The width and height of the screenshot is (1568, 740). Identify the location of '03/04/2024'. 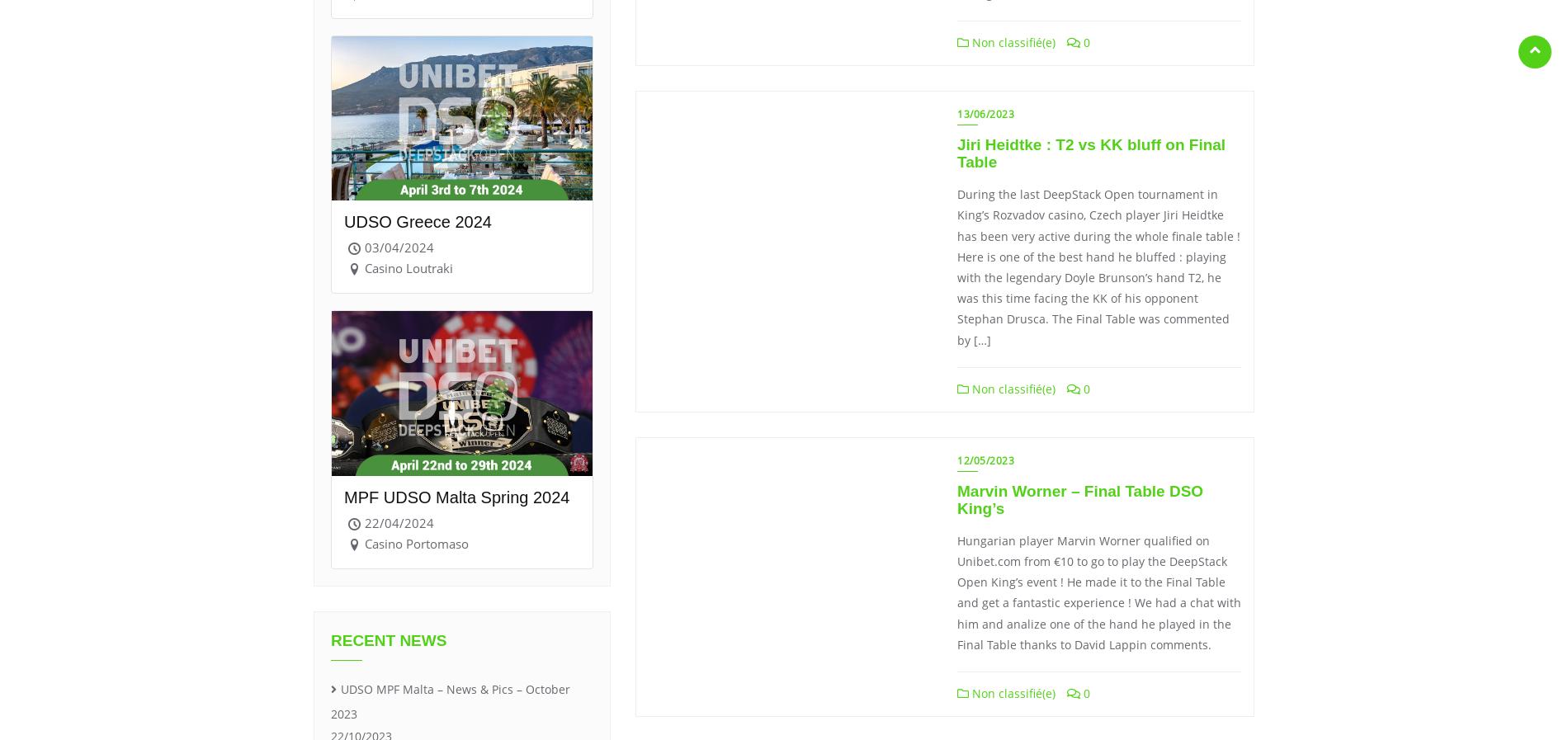
(399, 246).